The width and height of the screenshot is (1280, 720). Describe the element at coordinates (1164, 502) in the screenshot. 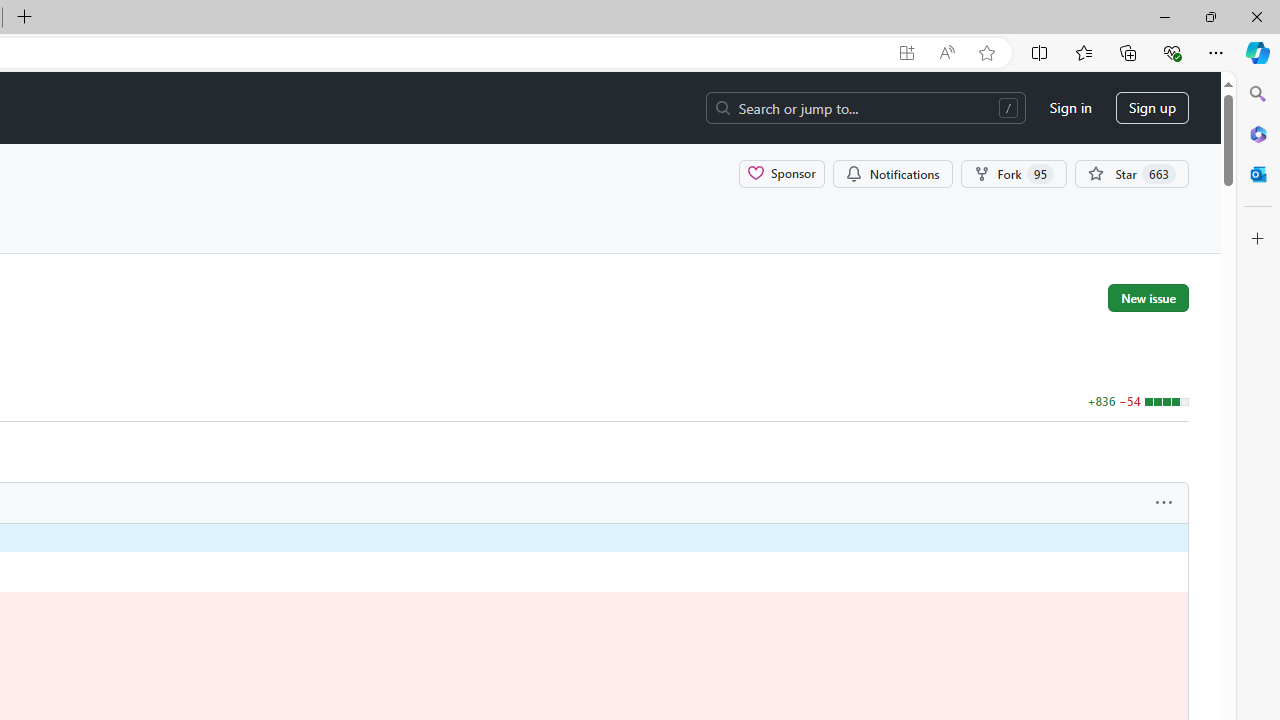

I see `'Show options'` at that location.